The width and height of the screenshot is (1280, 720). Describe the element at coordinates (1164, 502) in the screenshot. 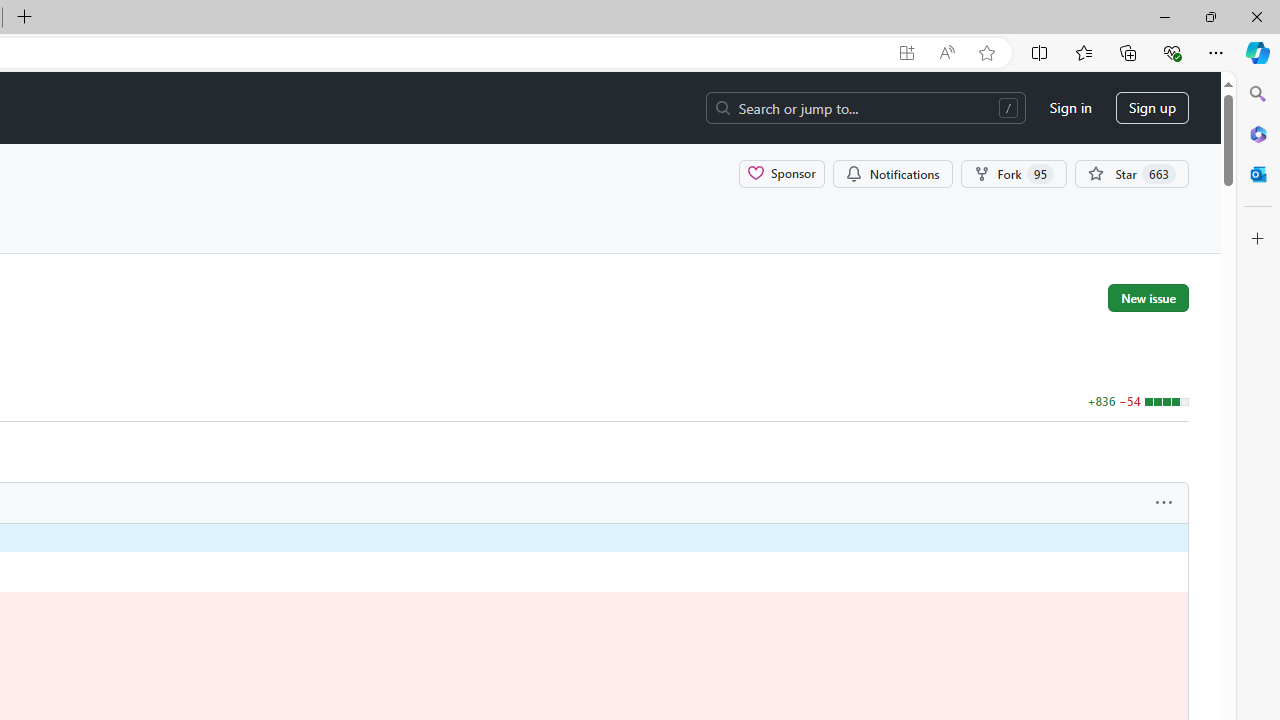

I see `'Show options'` at that location.